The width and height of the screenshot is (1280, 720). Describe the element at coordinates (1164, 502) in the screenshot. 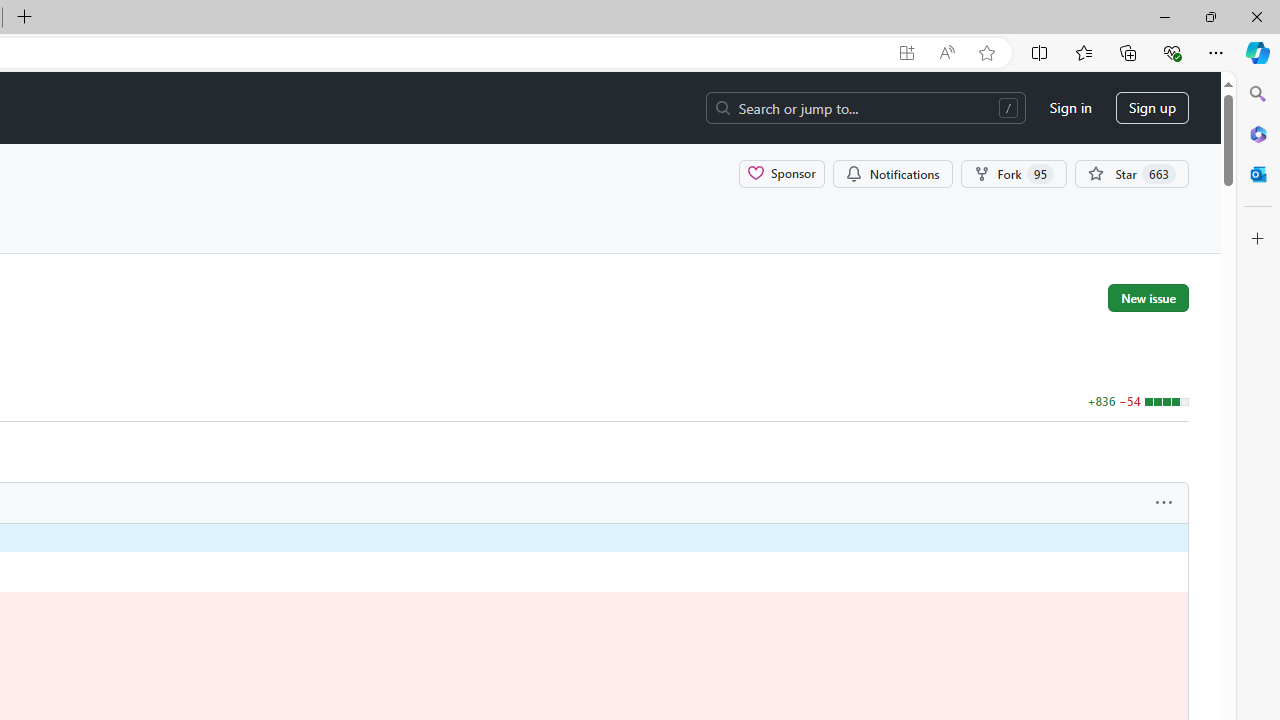

I see `'Show options'` at that location.